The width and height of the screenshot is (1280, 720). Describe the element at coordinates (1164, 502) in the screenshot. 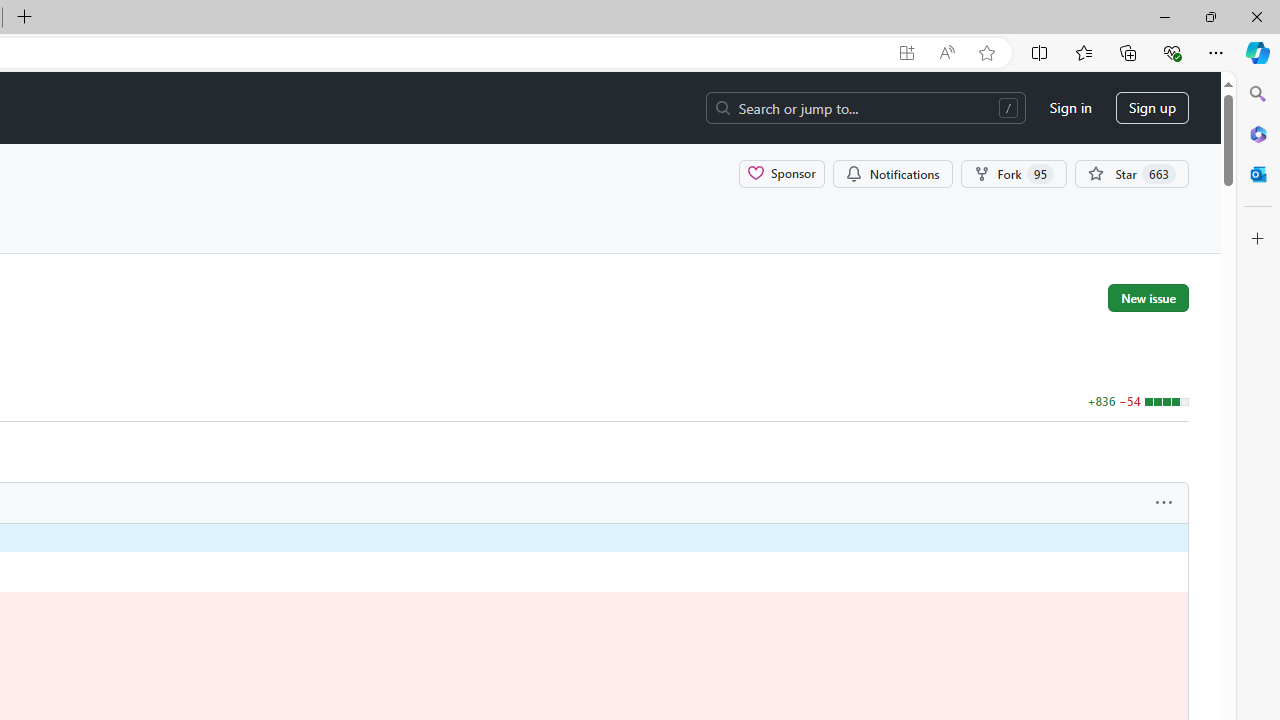

I see `'Show options'` at that location.